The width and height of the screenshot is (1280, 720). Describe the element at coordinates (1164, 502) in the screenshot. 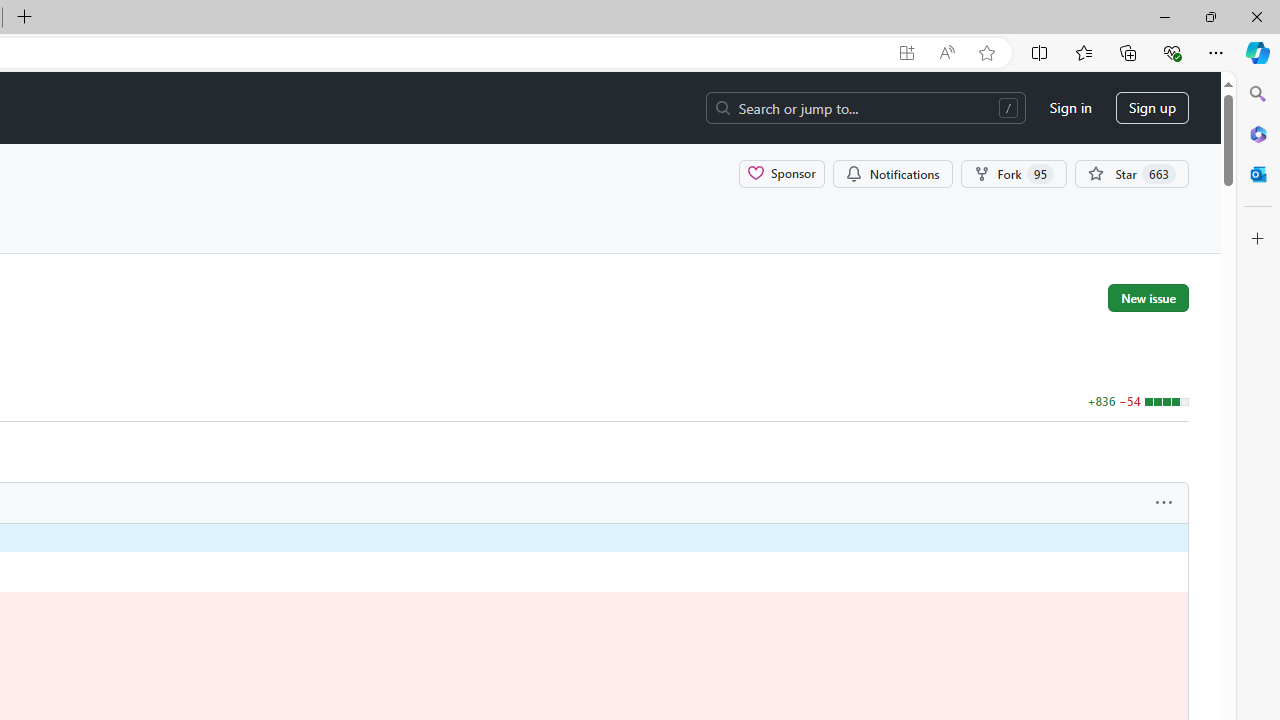

I see `'Show options'` at that location.